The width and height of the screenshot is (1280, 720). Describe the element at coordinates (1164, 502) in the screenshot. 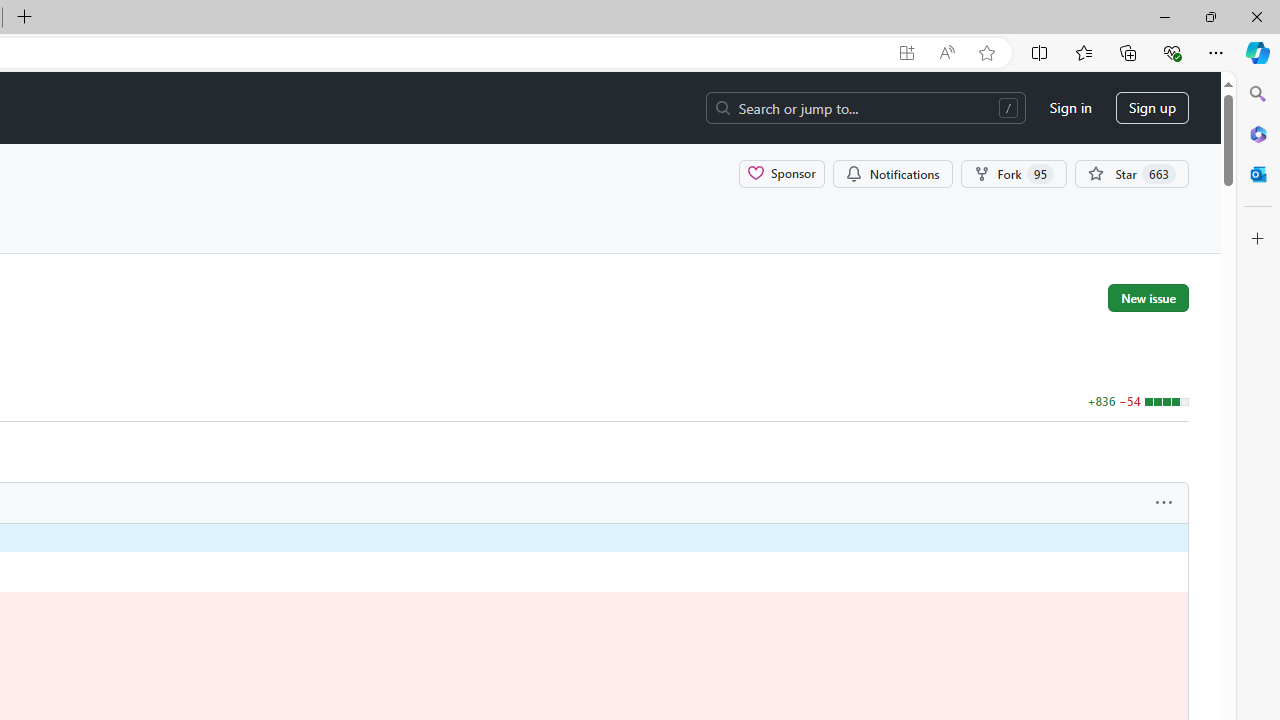

I see `'Show options'` at that location.